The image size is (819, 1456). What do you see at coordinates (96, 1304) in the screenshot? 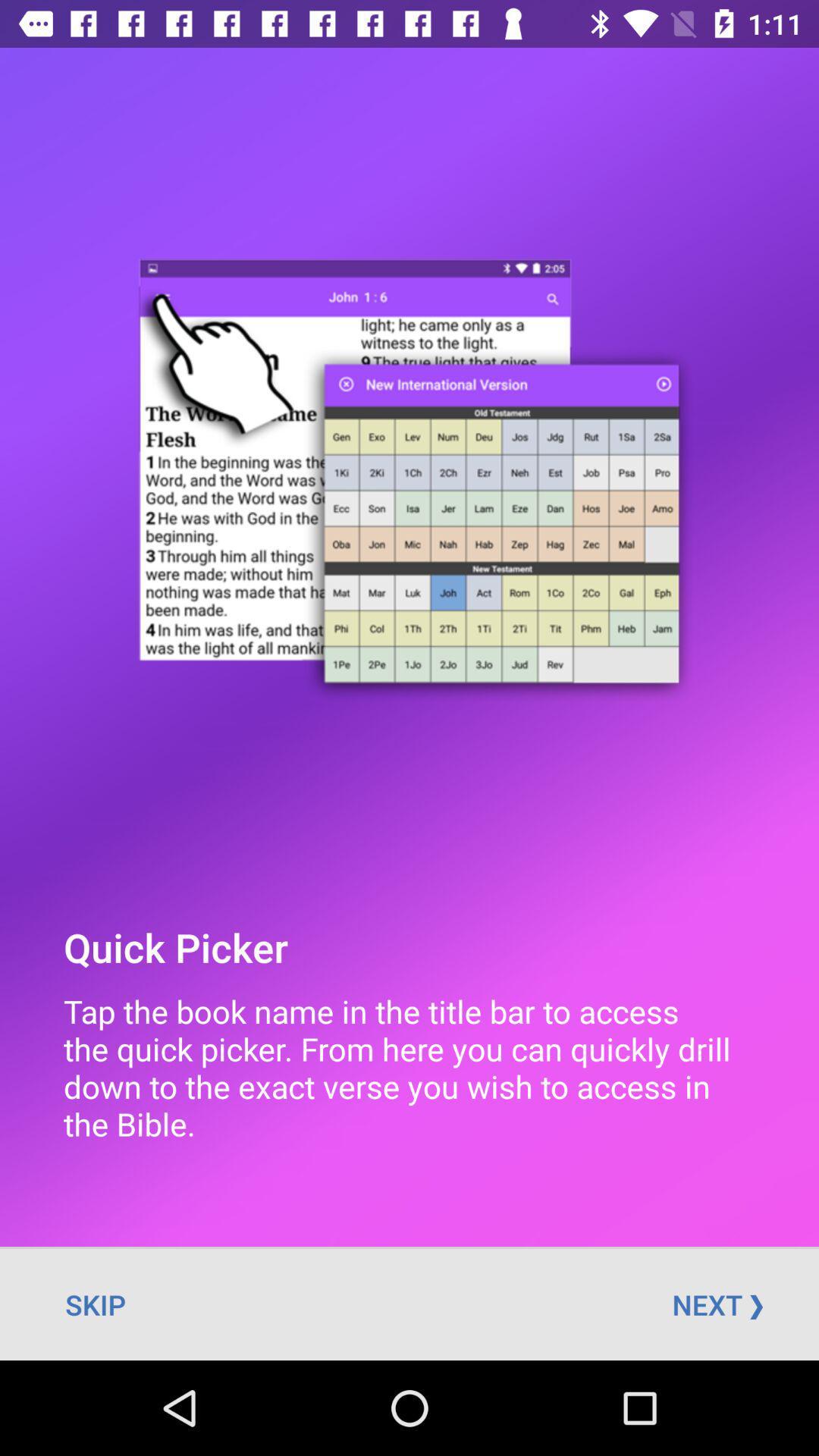
I see `the skip item` at bounding box center [96, 1304].